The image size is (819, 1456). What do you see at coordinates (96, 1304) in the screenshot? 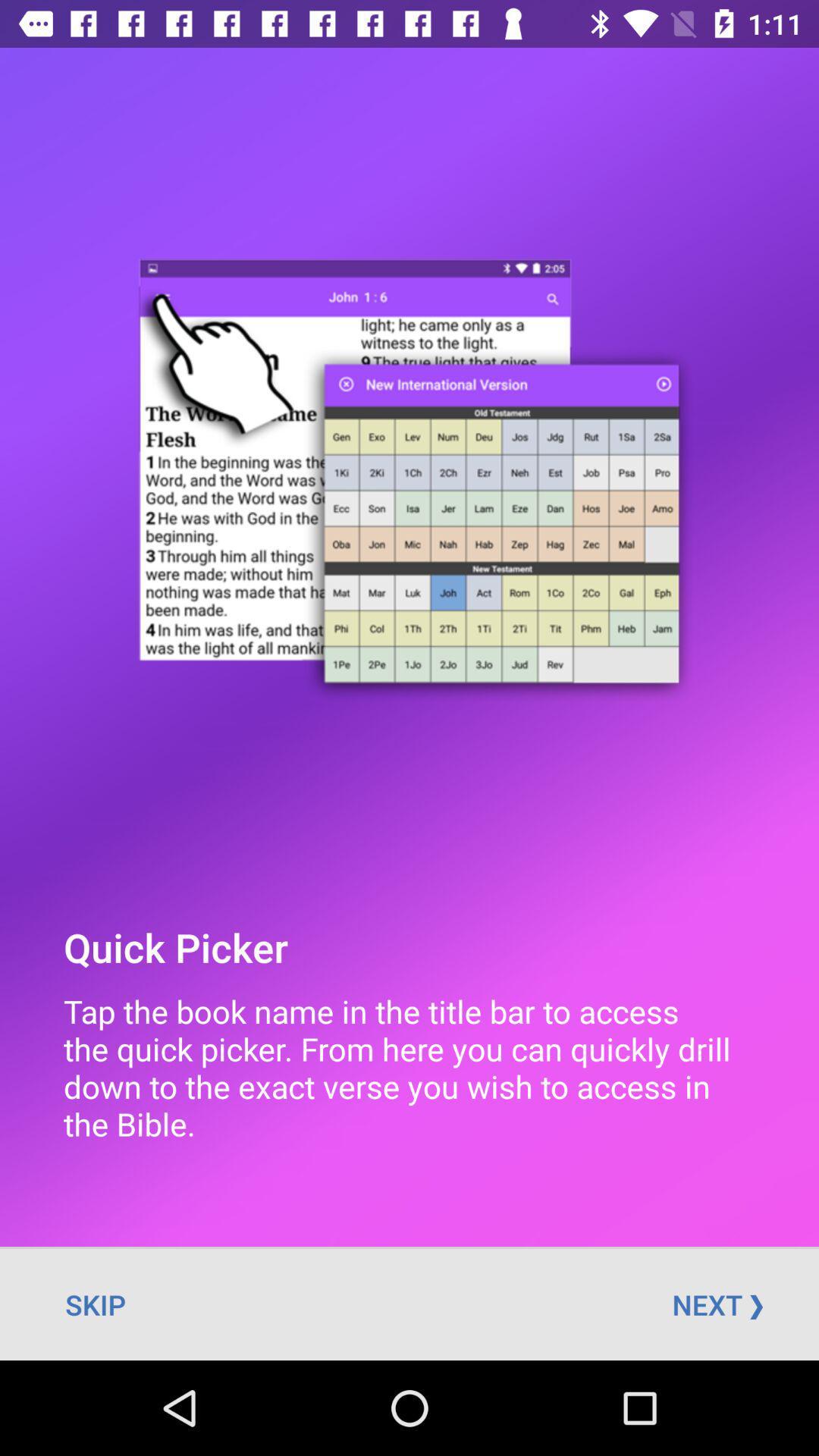
I see `the skip item` at bounding box center [96, 1304].